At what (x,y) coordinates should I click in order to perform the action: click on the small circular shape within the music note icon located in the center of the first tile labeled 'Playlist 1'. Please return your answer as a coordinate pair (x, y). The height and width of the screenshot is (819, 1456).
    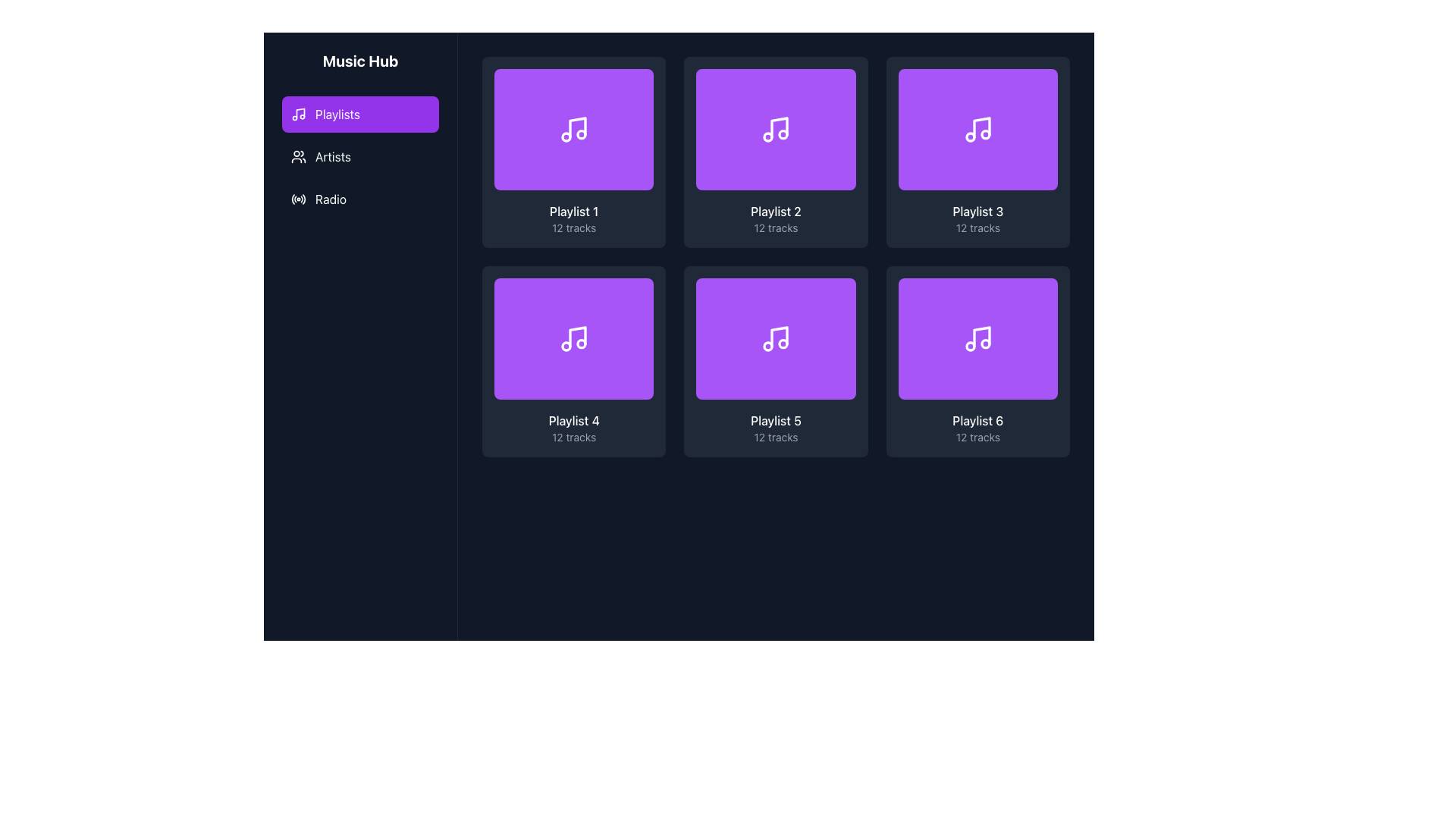
    Looking at the image, I should click on (566, 137).